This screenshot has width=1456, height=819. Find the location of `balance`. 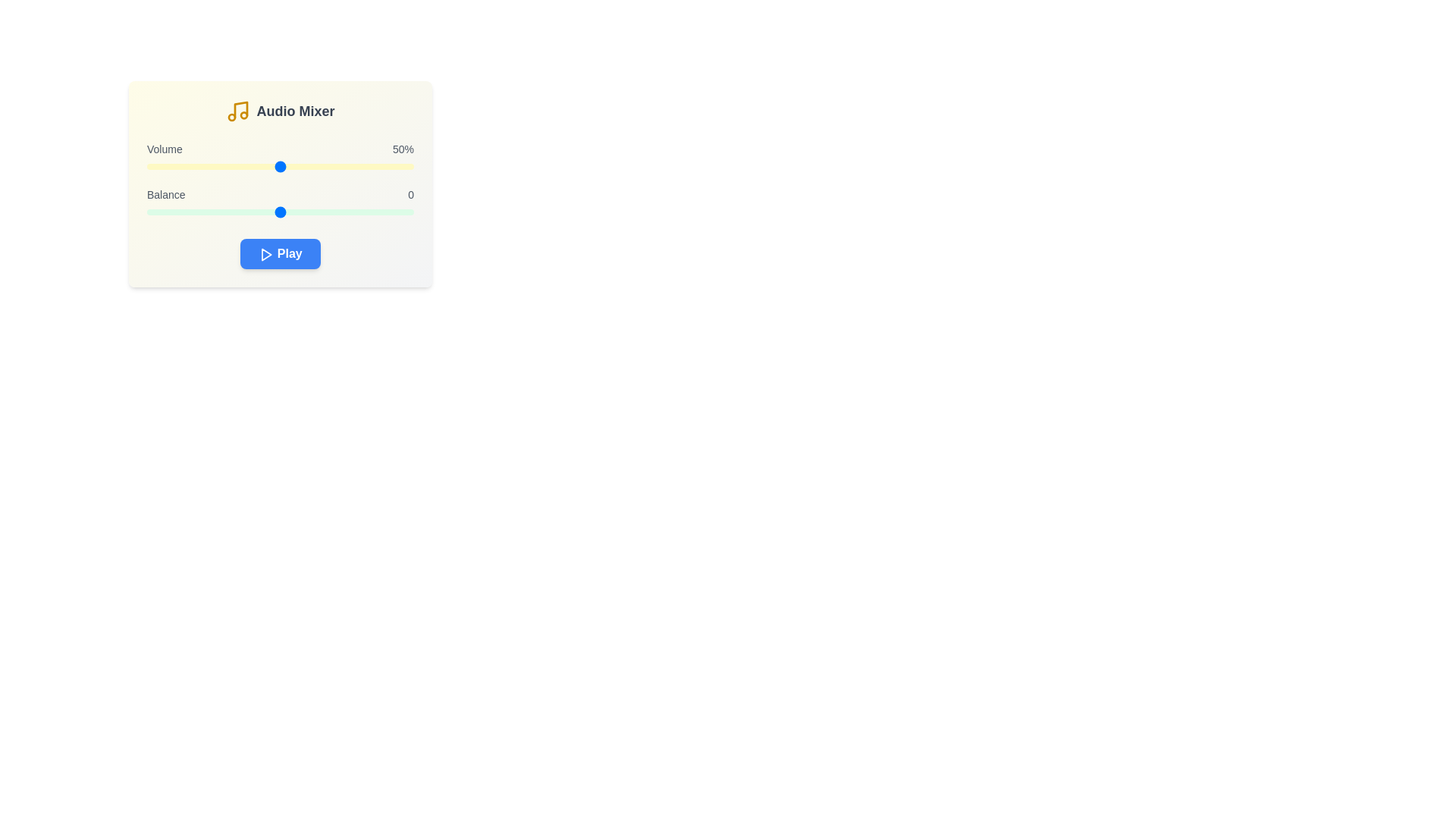

balance is located at coordinates (379, 212).